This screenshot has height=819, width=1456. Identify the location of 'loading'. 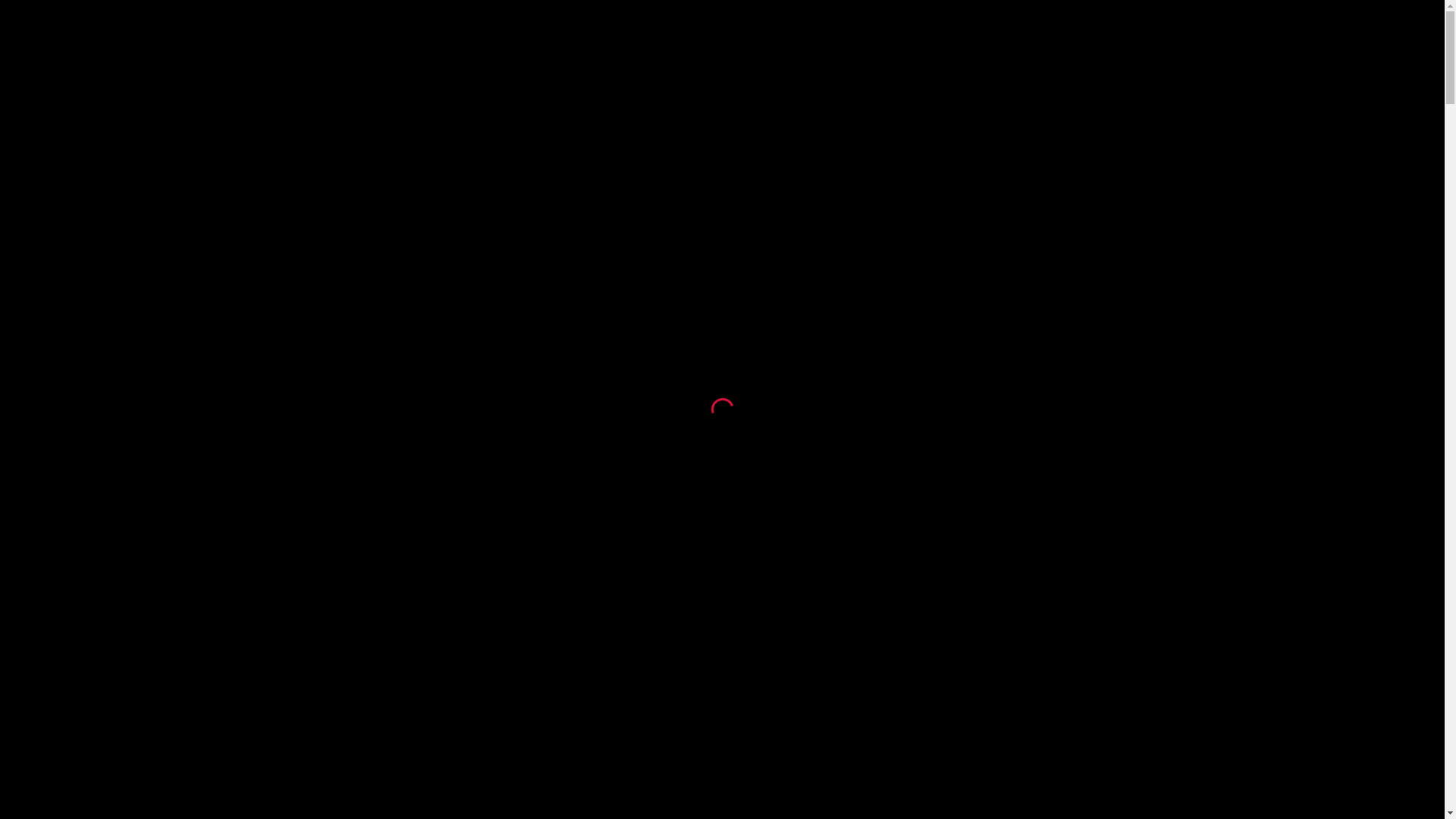
(718, 405).